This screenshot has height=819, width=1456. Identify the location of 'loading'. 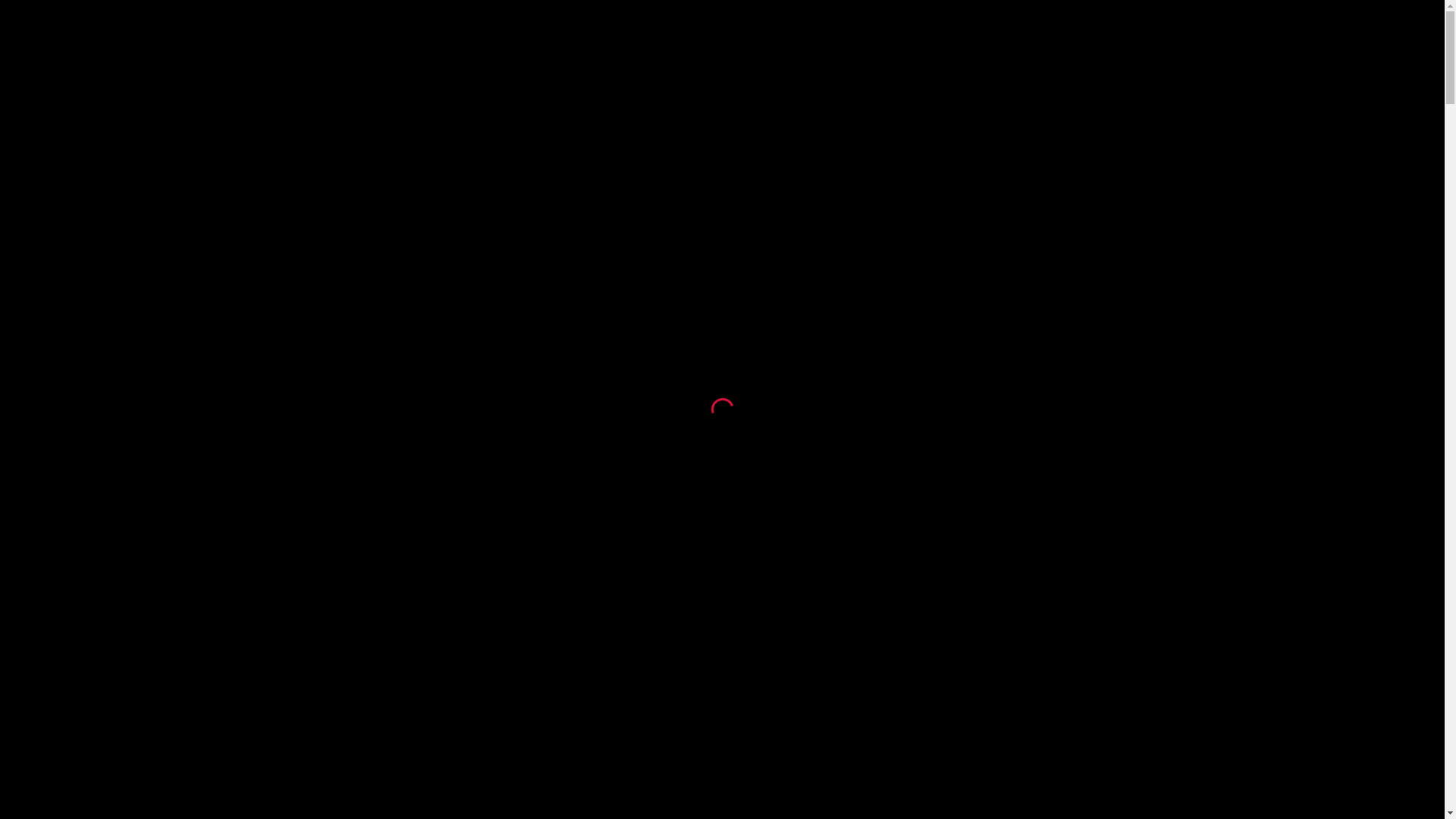
(718, 405).